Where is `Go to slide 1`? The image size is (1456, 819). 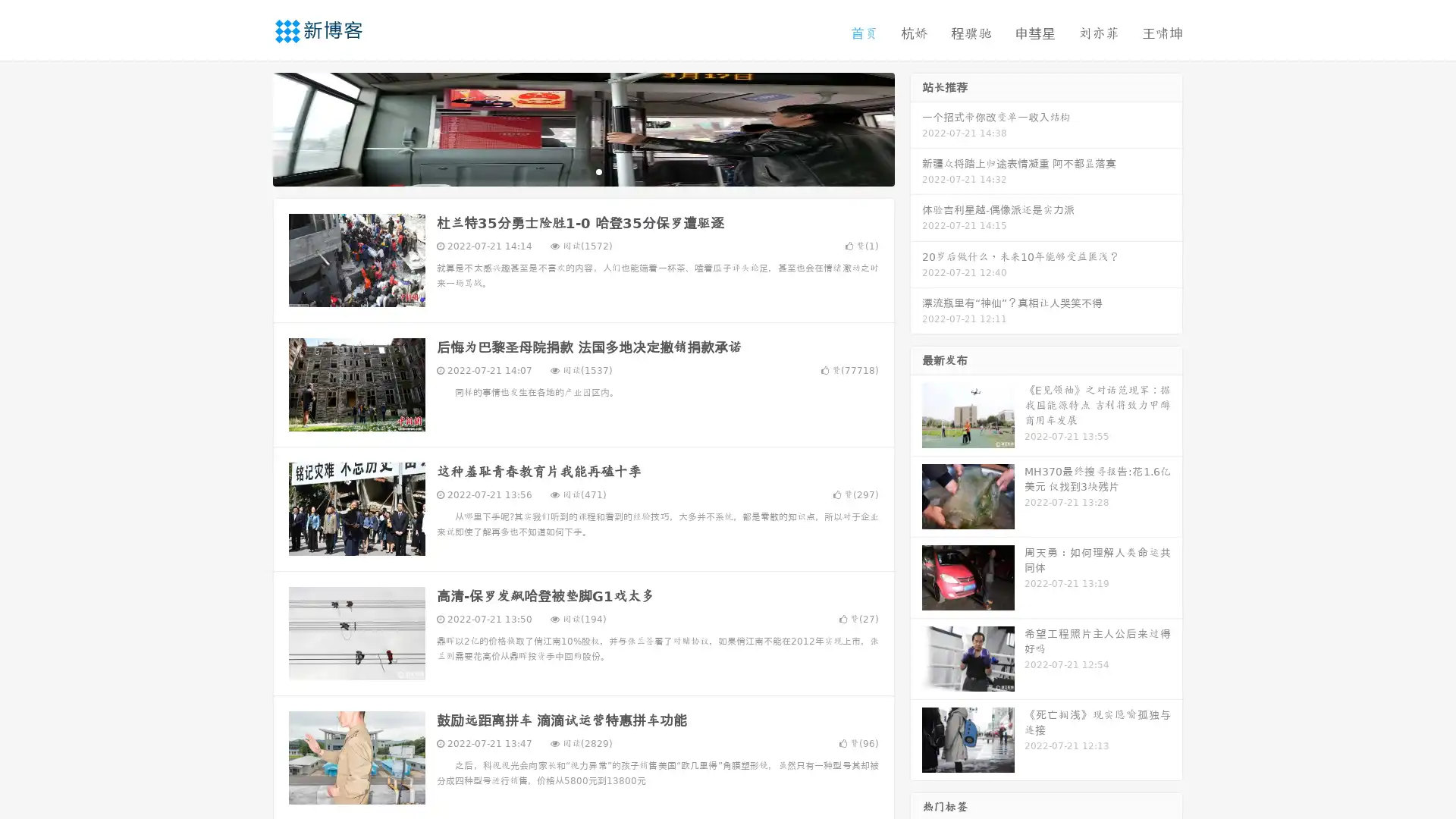 Go to slide 1 is located at coordinates (567, 171).